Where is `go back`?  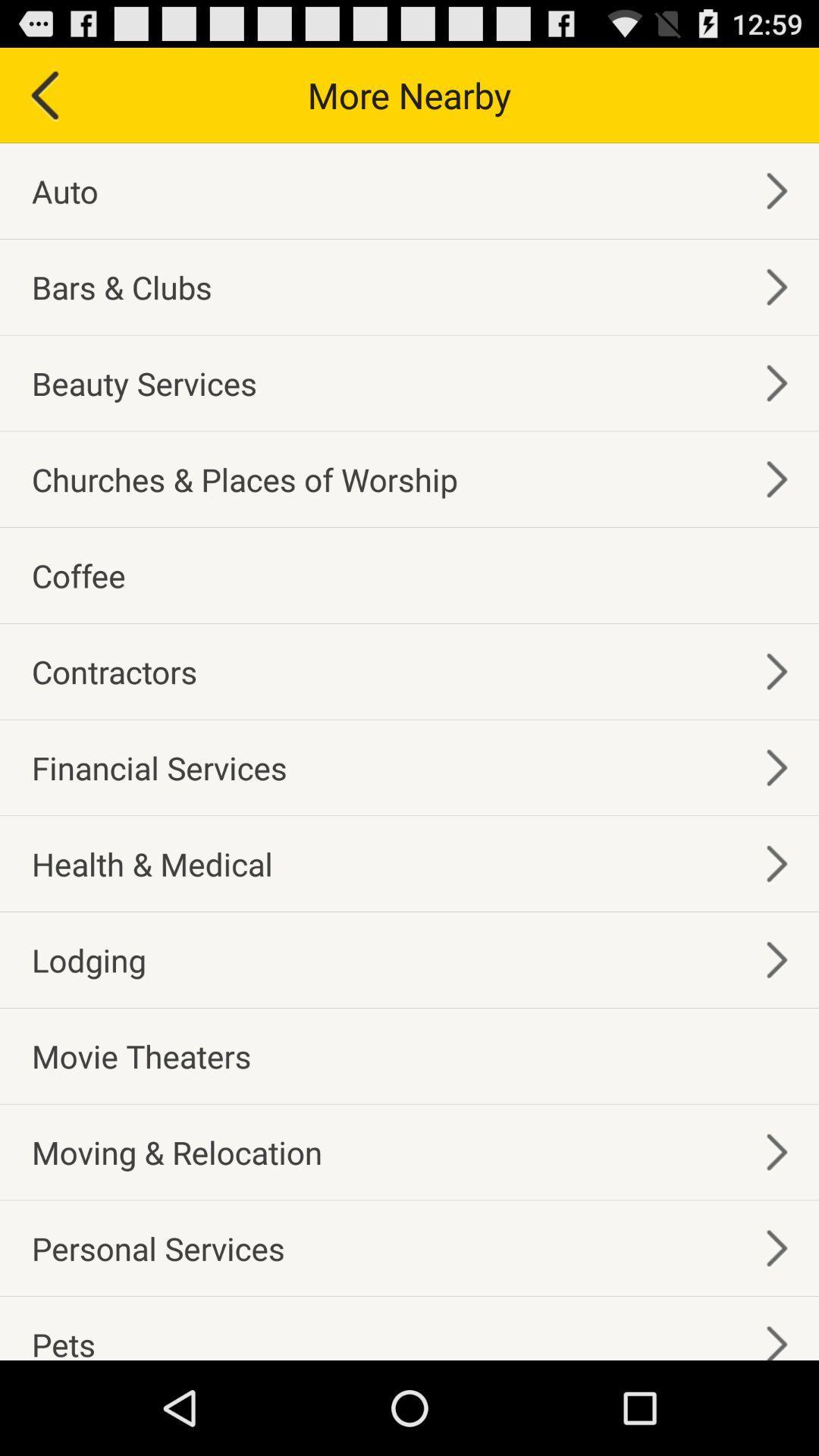
go back is located at coordinates (42, 94).